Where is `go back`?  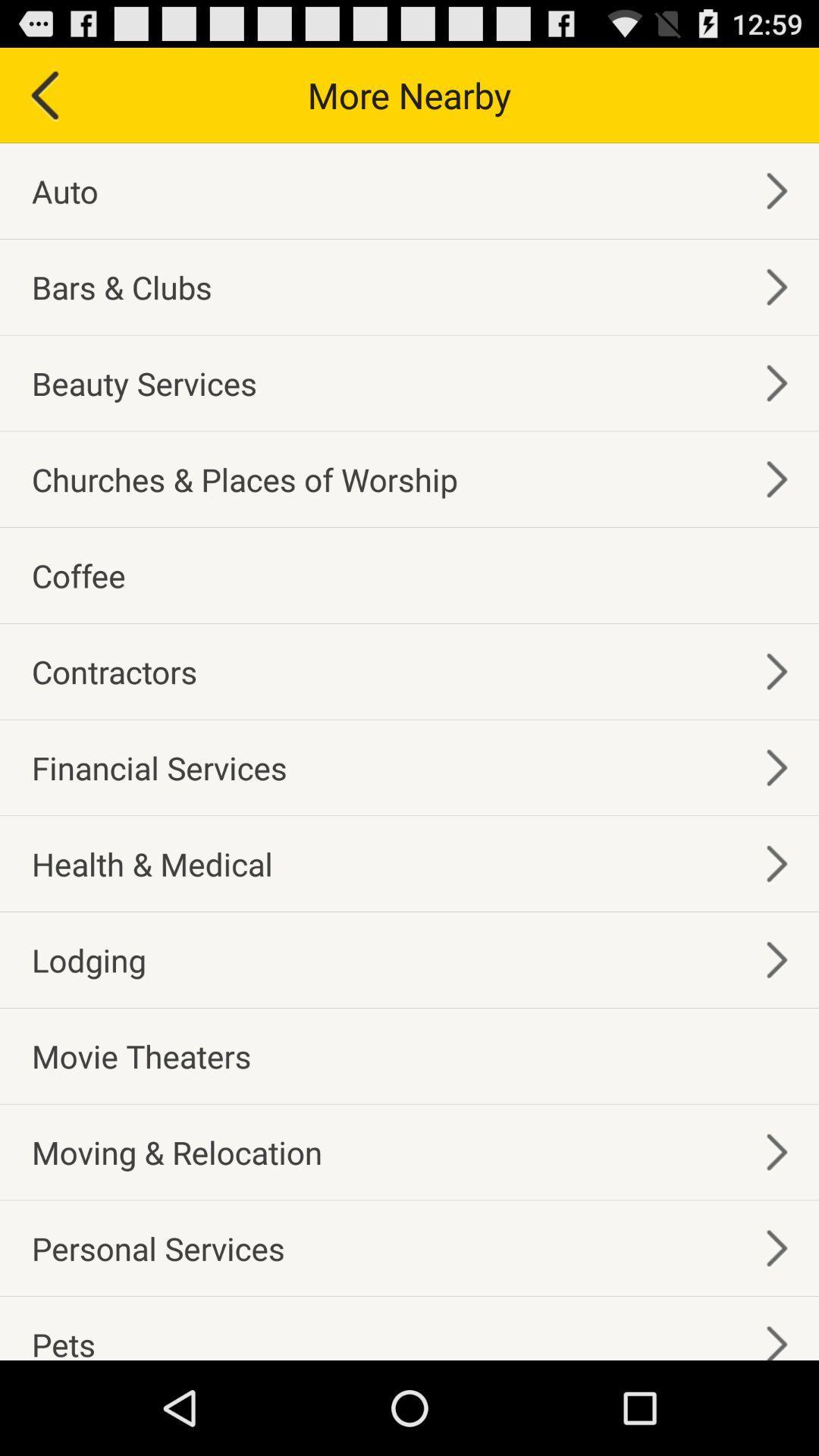
go back is located at coordinates (42, 94).